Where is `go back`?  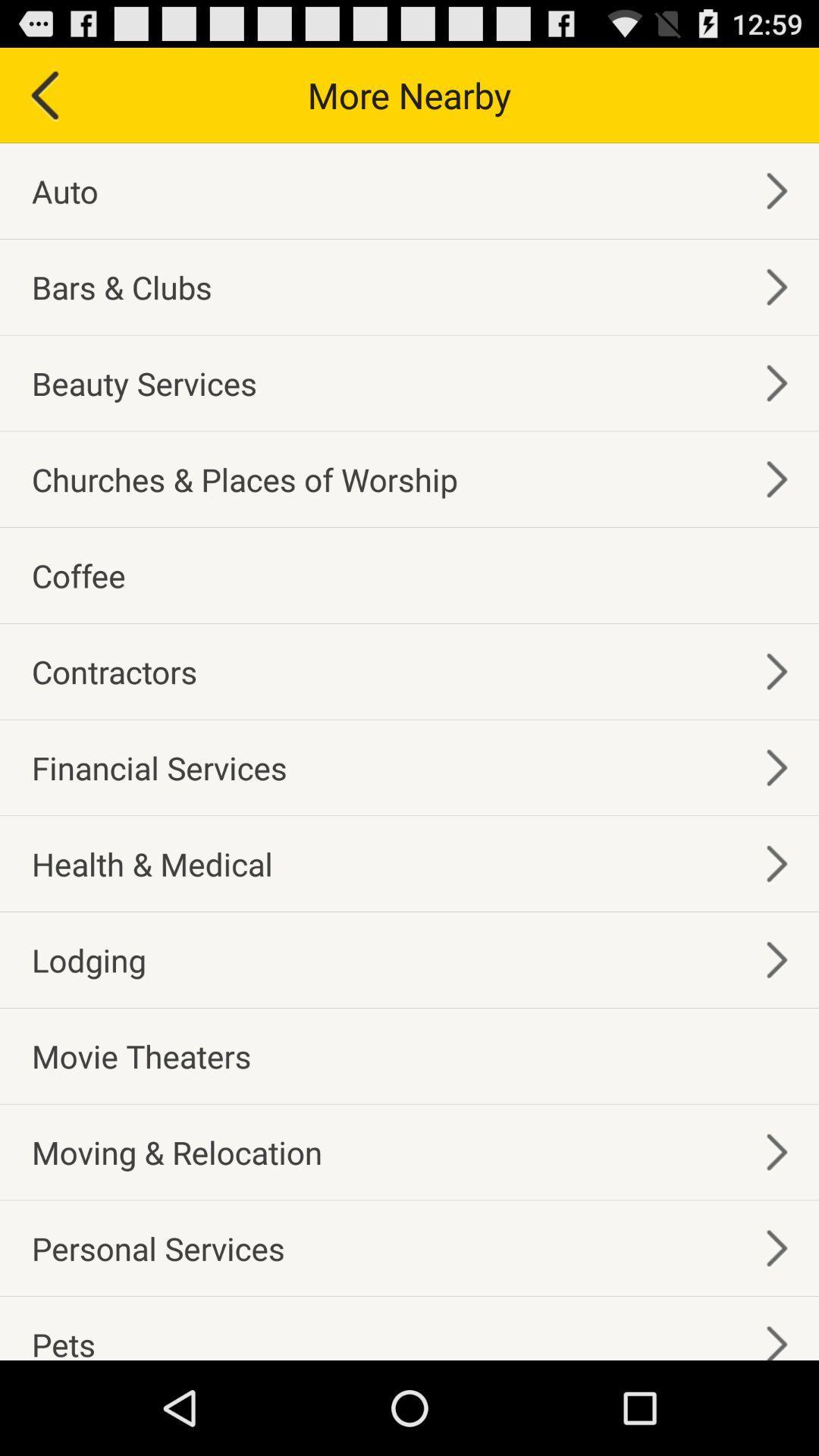
go back is located at coordinates (42, 94).